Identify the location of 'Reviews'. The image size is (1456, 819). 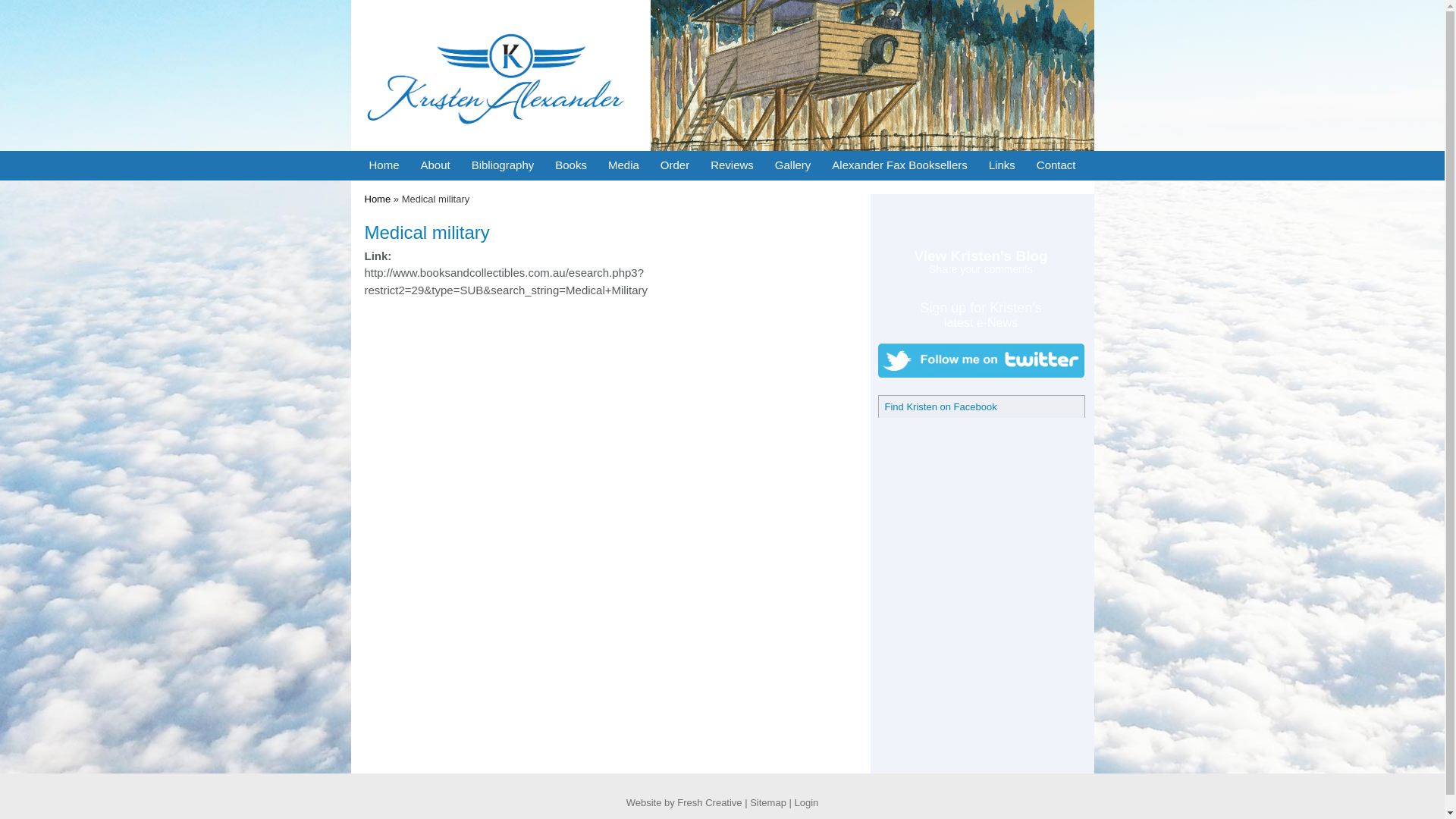
(732, 165).